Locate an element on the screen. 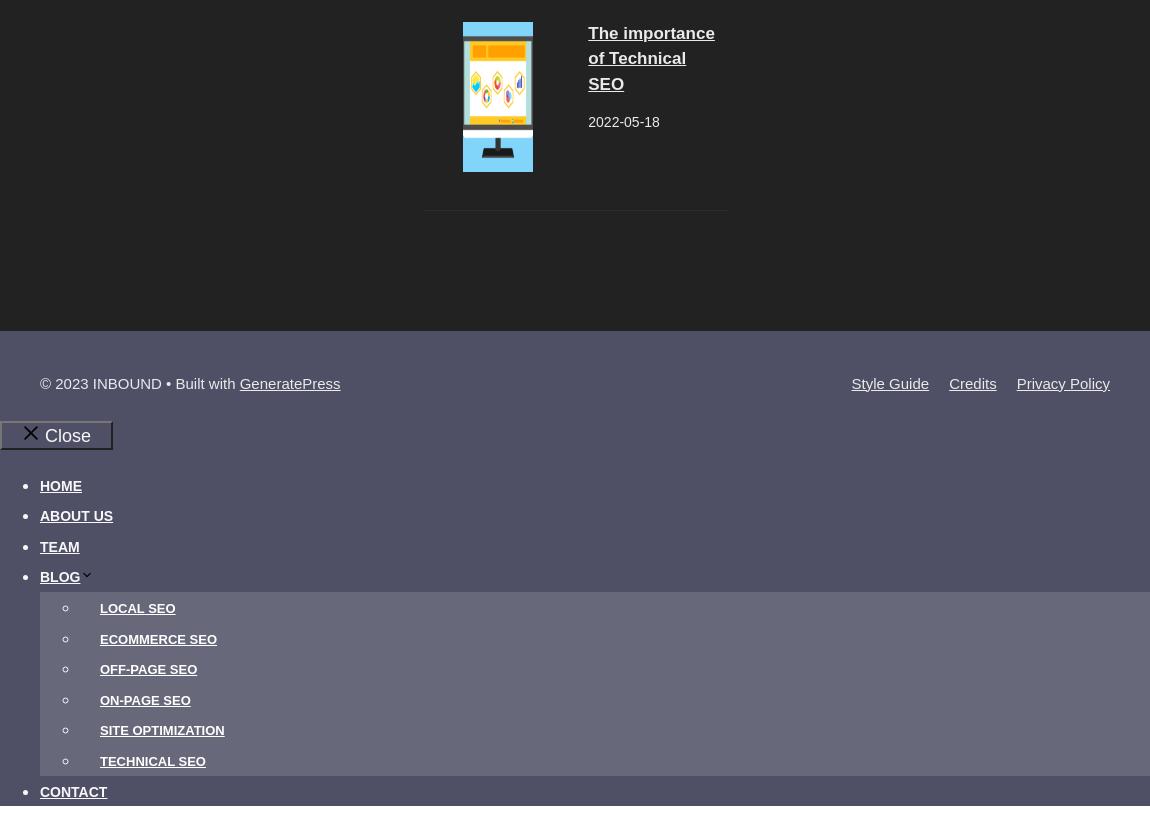  'Privacy policy' is located at coordinates (1062, 381).